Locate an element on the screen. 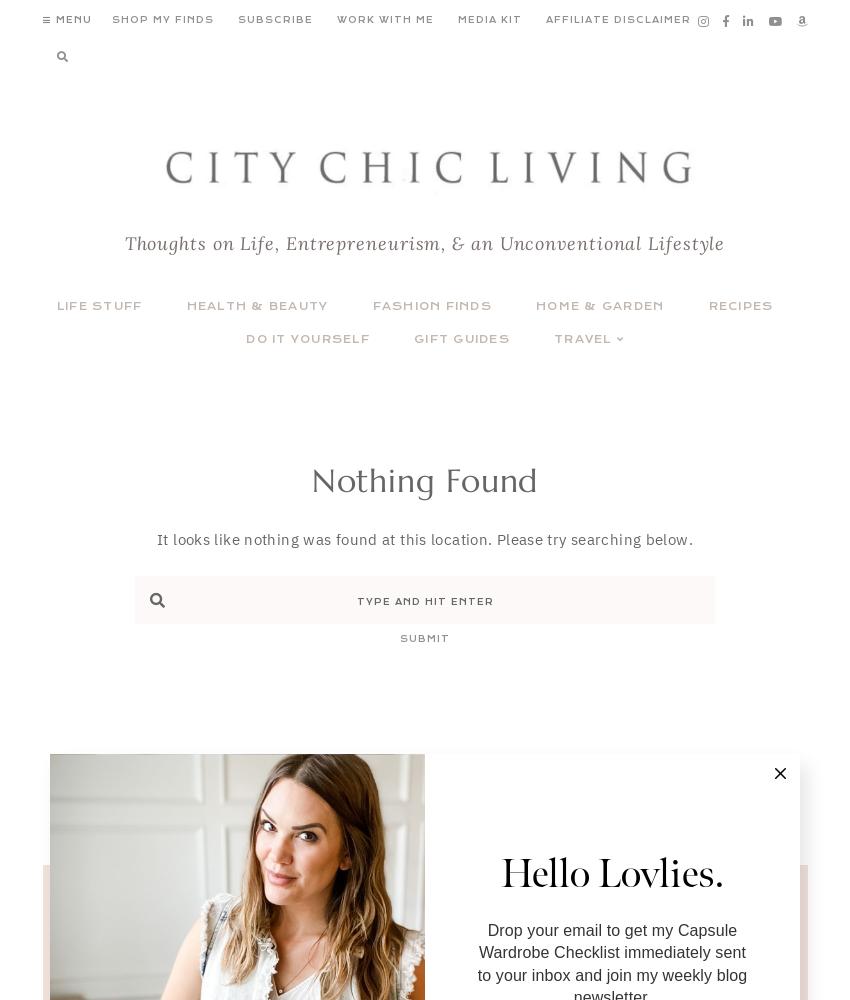 The image size is (850, 1000). 'Subscribe' is located at coordinates (236, 20).